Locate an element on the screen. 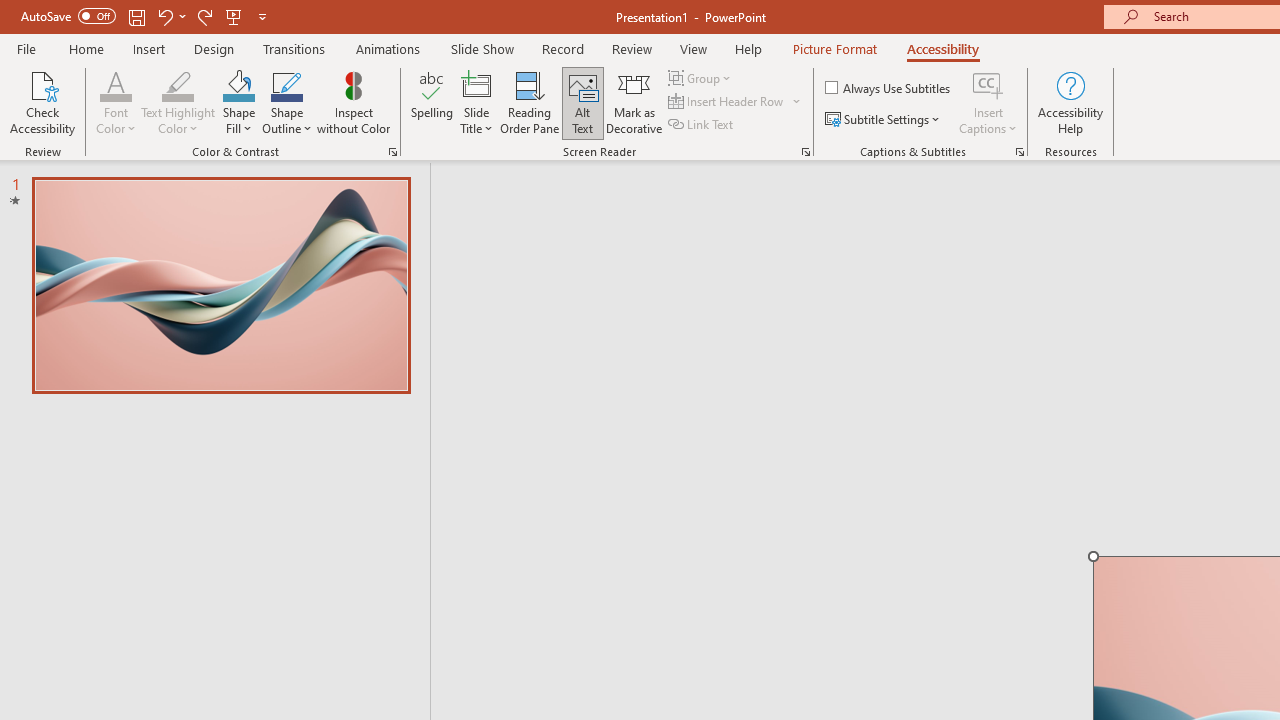 The height and width of the screenshot is (720, 1280). 'Mark as Decorative' is located at coordinates (633, 103).